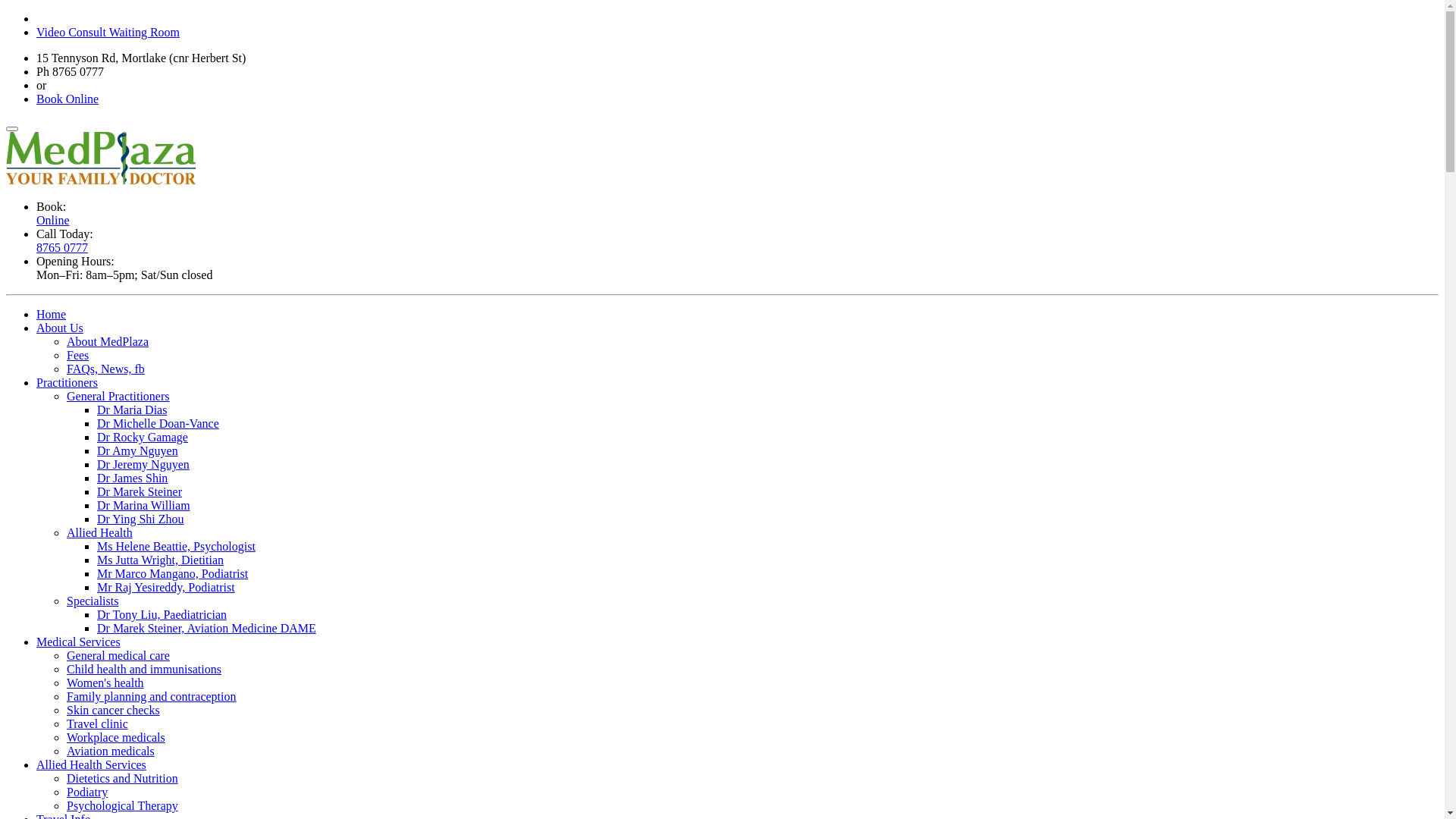 This screenshot has height=819, width=1456. I want to click on 'About MedPlaza', so click(107, 341).